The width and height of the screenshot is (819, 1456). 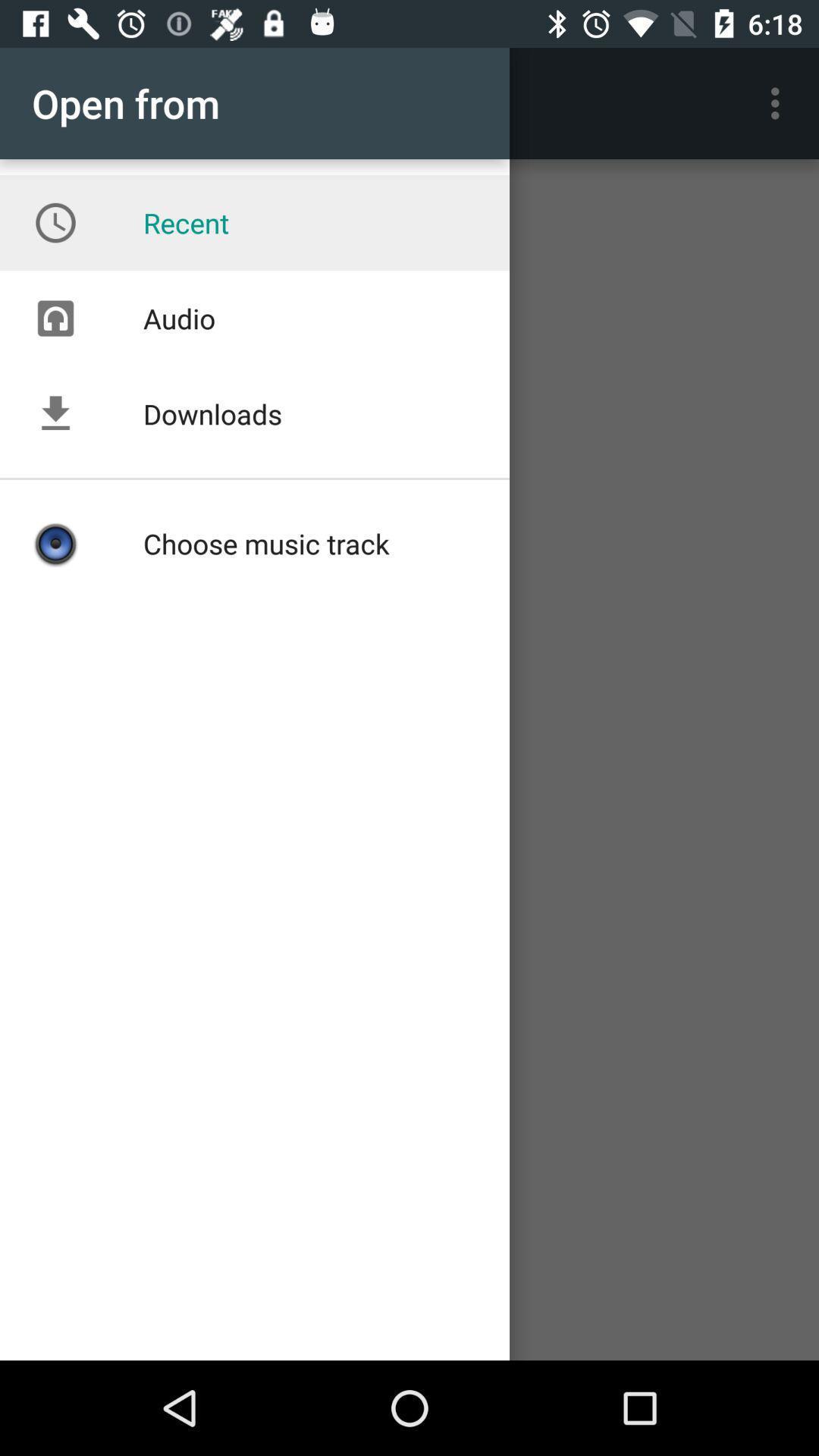 I want to click on the icon which is under the downloads, so click(x=55, y=544).